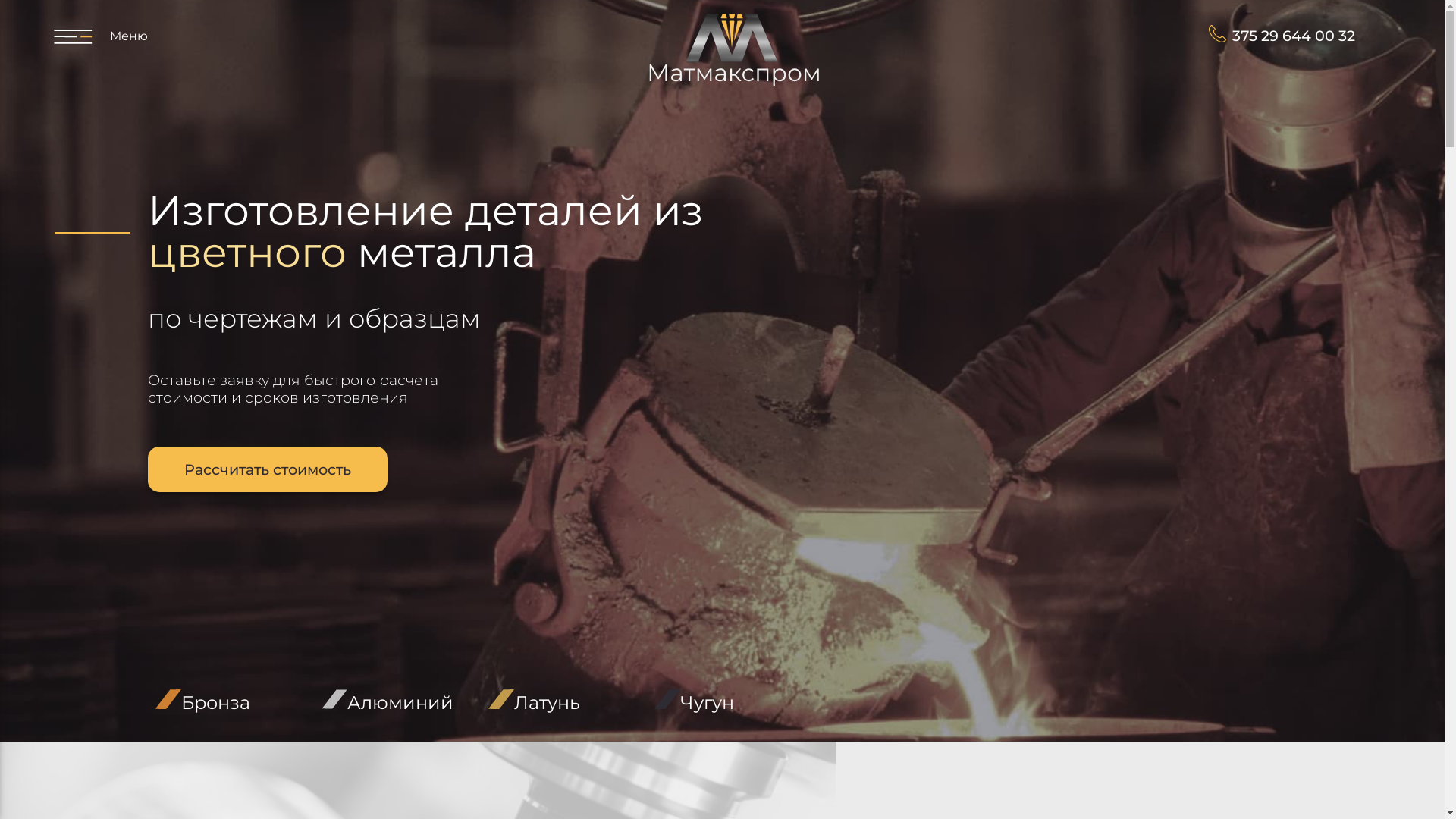  Describe the element at coordinates (1280, 36) in the screenshot. I see `'375 29 644 00 32'` at that location.